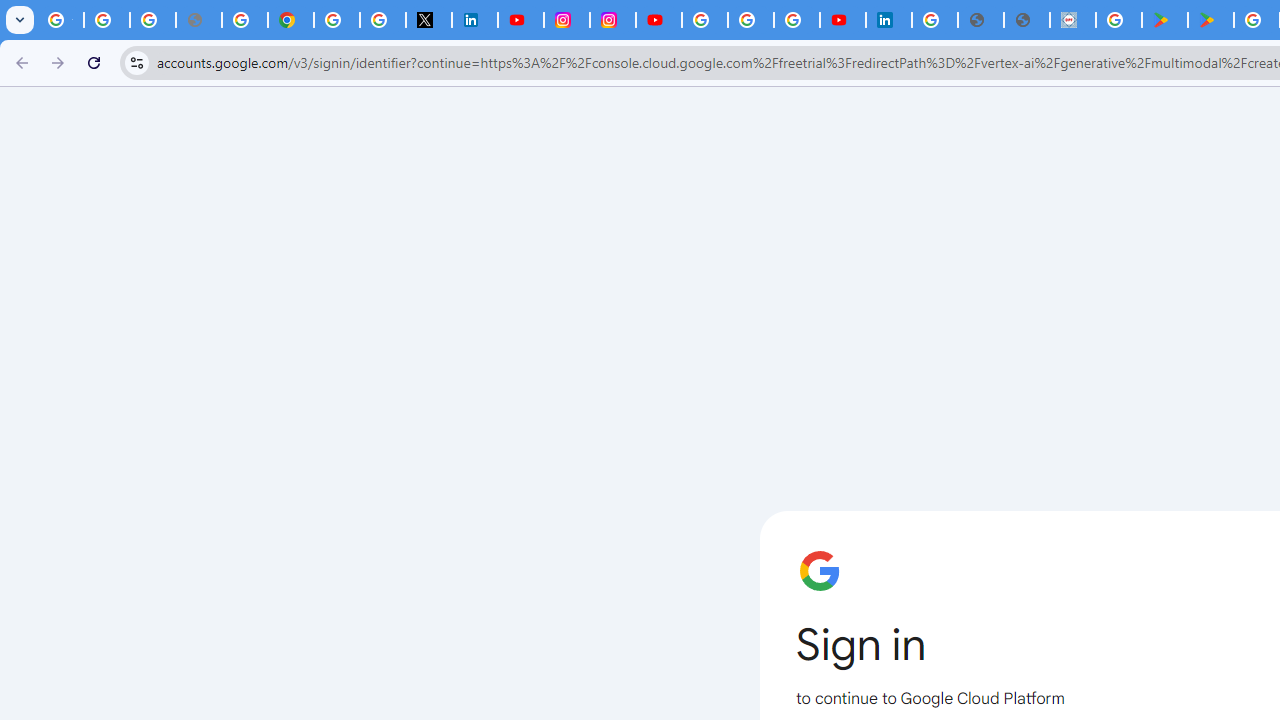  I want to click on 'Privacy Help Center - Policies Help', so click(243, 20).